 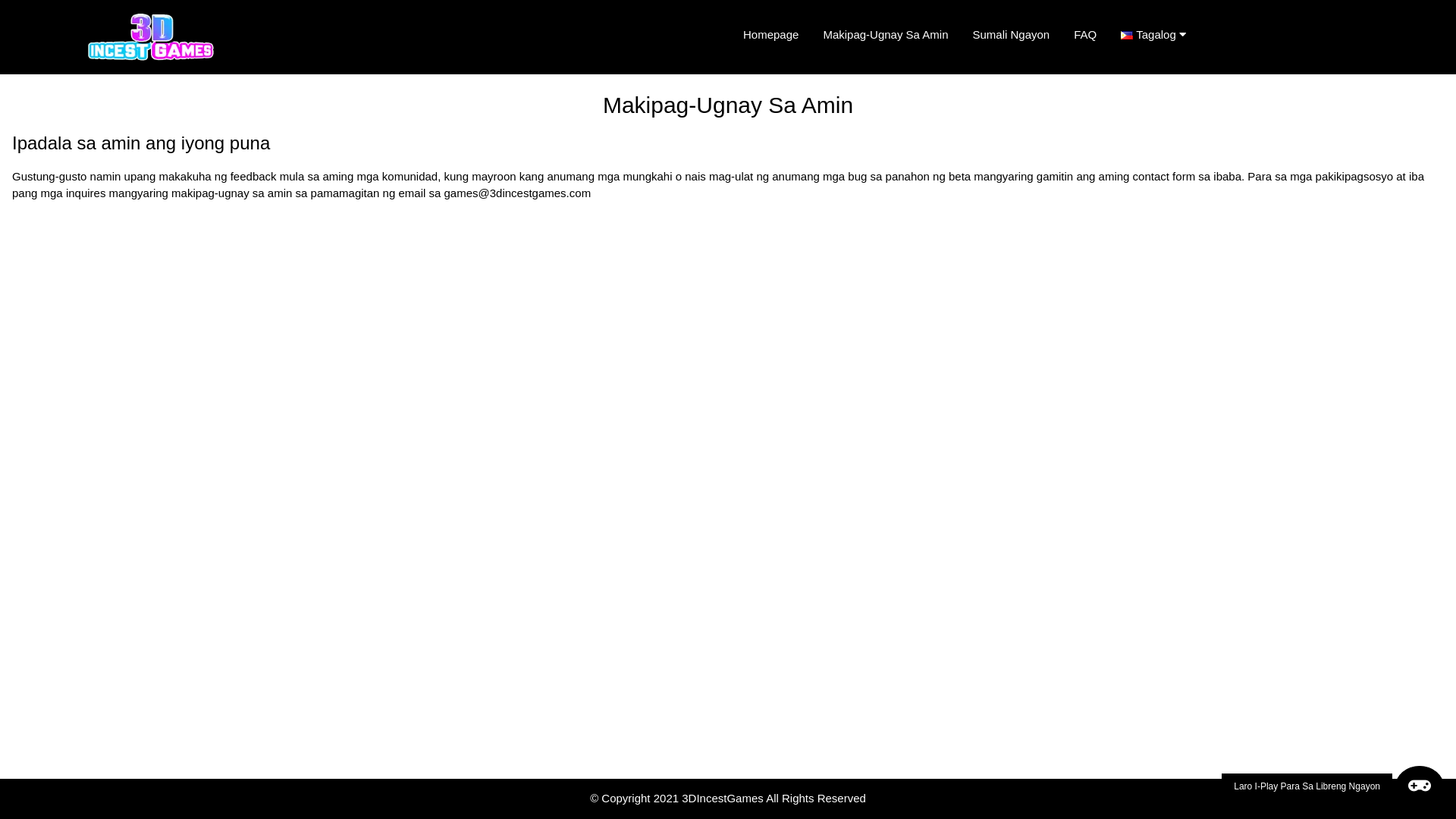 I want to click on 'Tagalog', so click(x=1159, y=34).